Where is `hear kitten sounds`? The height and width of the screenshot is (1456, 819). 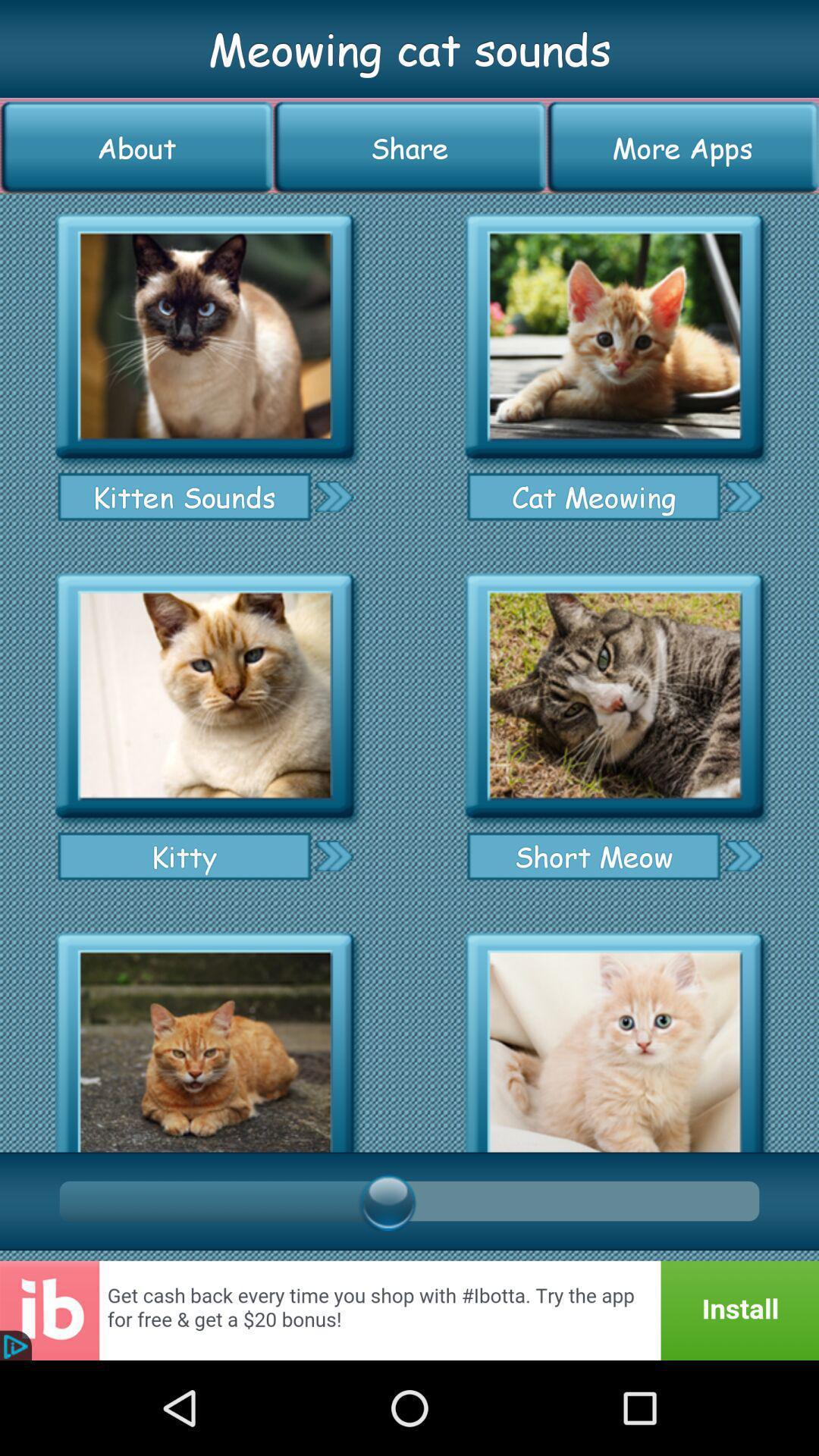
hear kitten sounds is located at coordinates (205, 336).